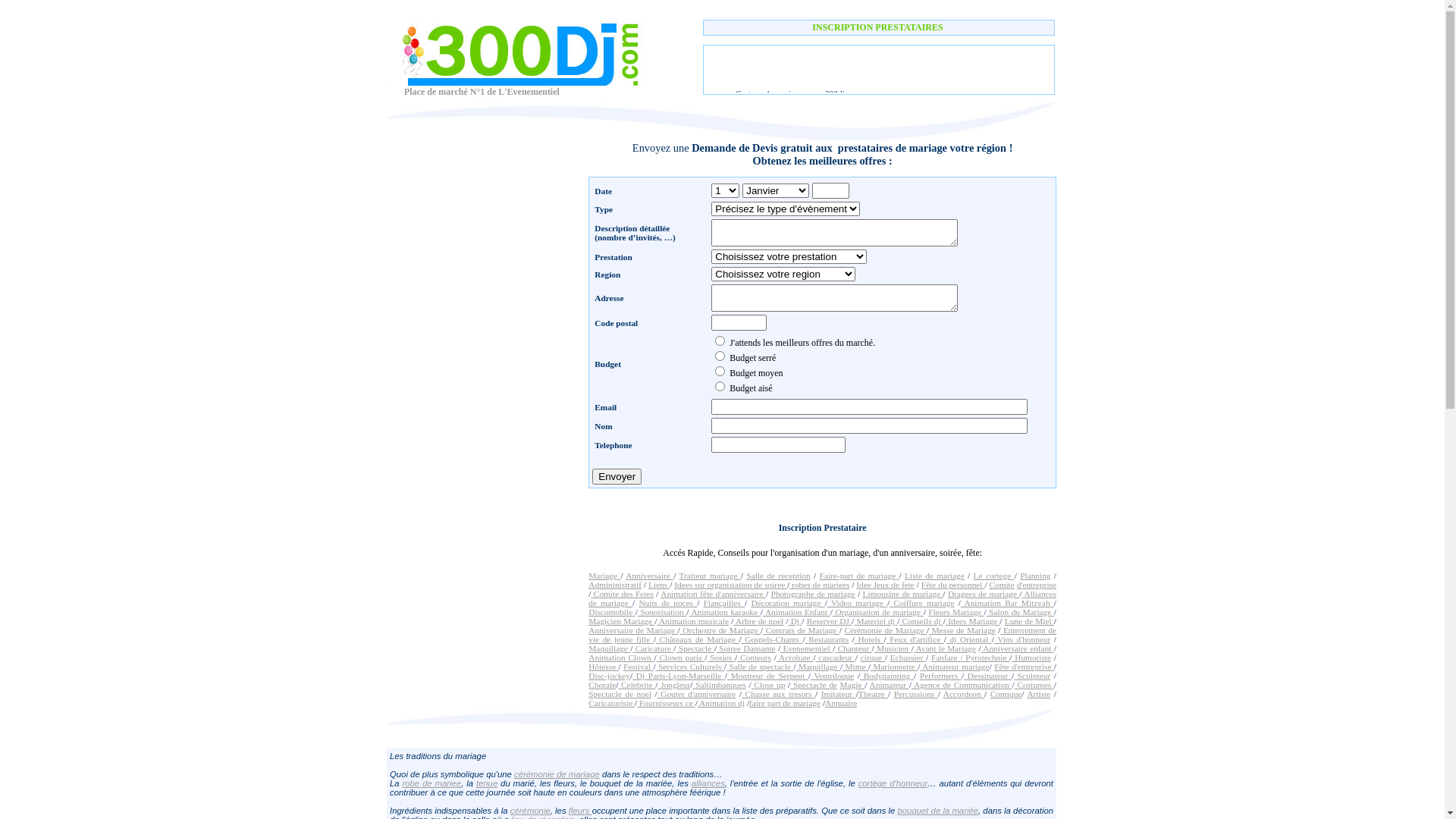 The height and width of the screenshot is (819, 1456). I want to click on 'Mariage', so click(603, 576).